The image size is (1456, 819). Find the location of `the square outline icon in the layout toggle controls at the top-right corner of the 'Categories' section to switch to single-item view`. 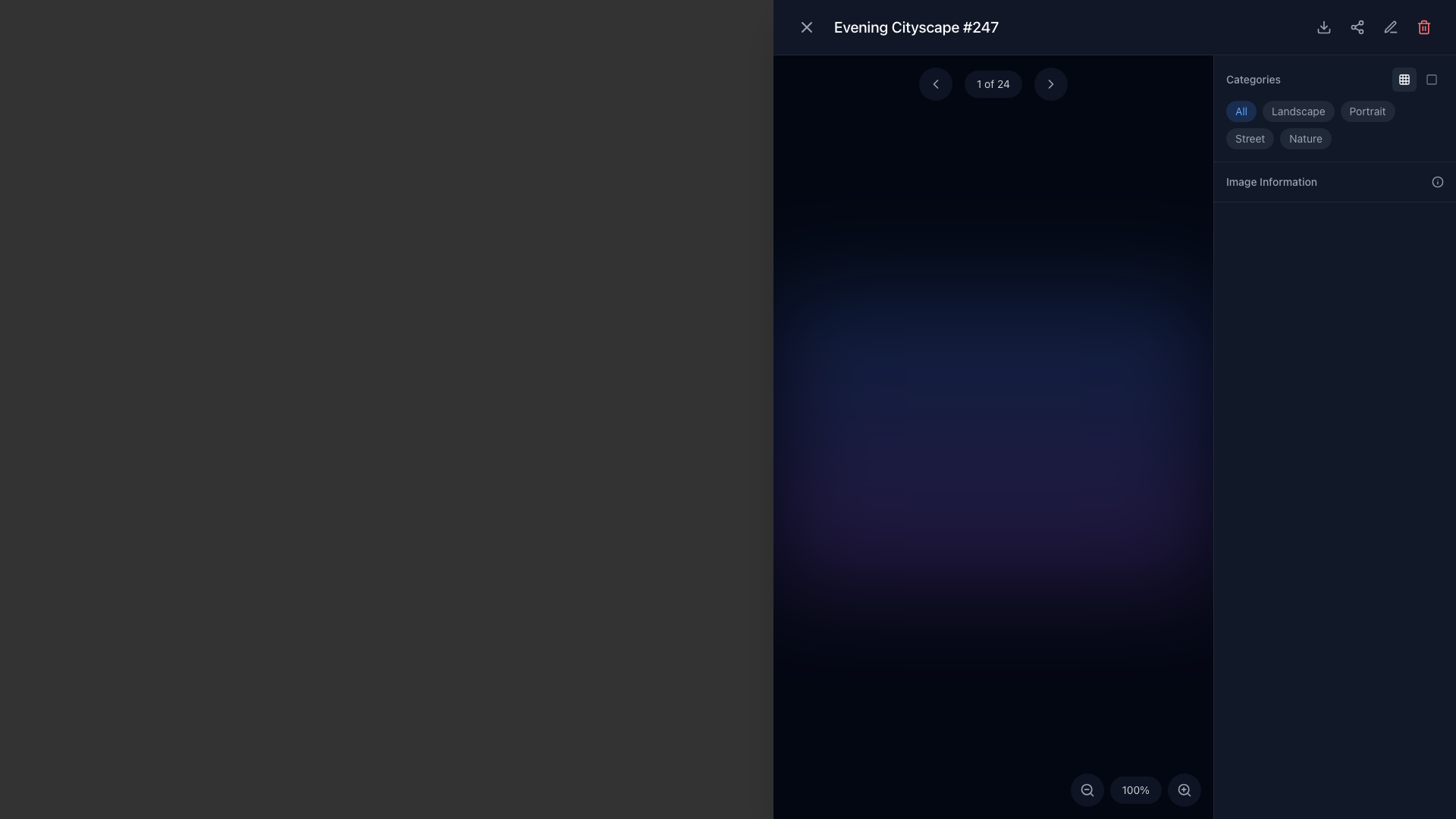

the square outline icon in the layout toggle controls at the top-right corner of the 'Categories' section to switch to single-item view is located at coordinates (1417, 79).